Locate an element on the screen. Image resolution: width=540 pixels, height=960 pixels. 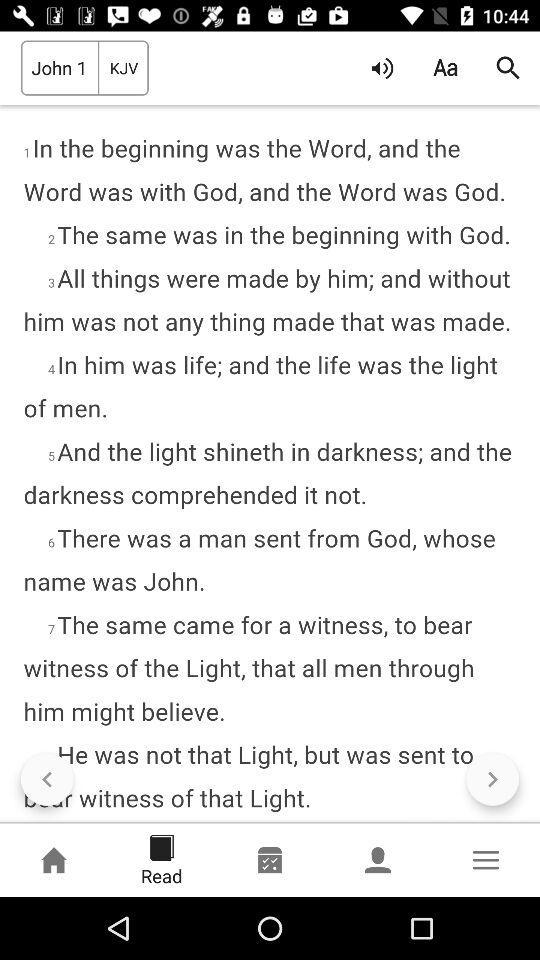
the arrow_forward icon is located at coordinates (491, 778).